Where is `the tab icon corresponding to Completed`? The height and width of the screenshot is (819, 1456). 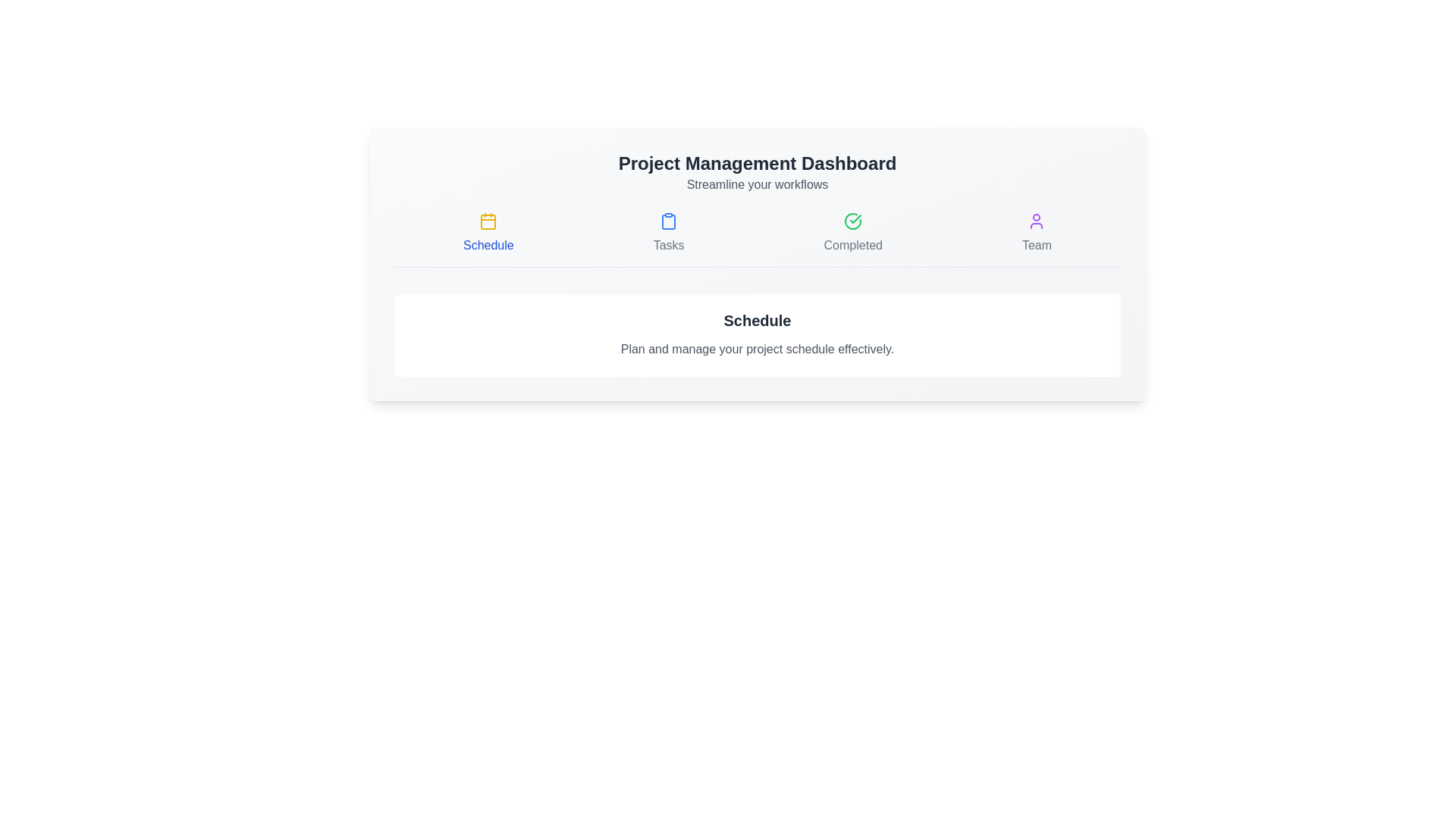
the tab icon corresponding to Completed is located at coordinates (853, 234).